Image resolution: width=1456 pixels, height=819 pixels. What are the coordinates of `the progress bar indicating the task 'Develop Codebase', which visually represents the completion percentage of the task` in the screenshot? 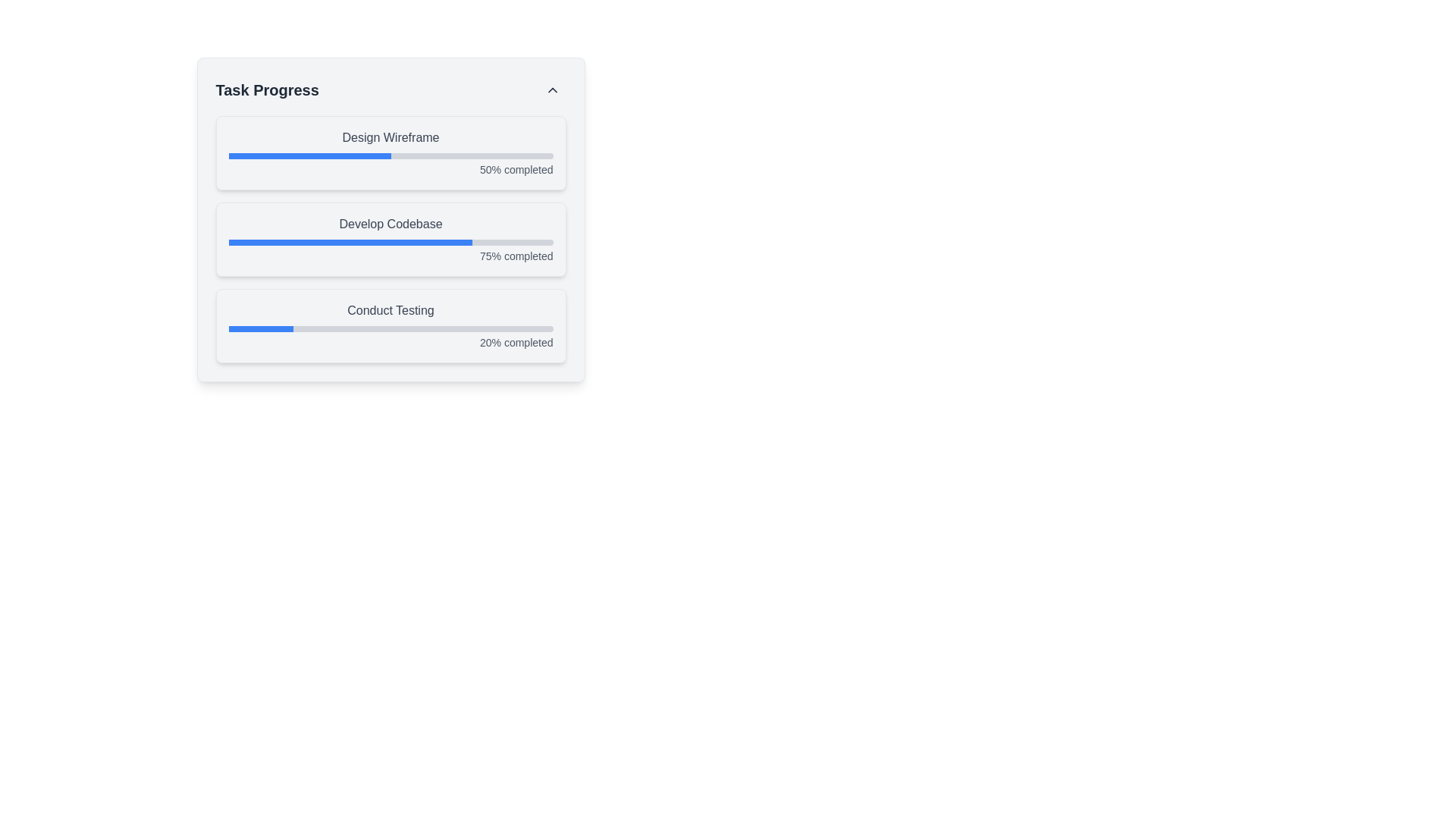 It's located at (349, 242).